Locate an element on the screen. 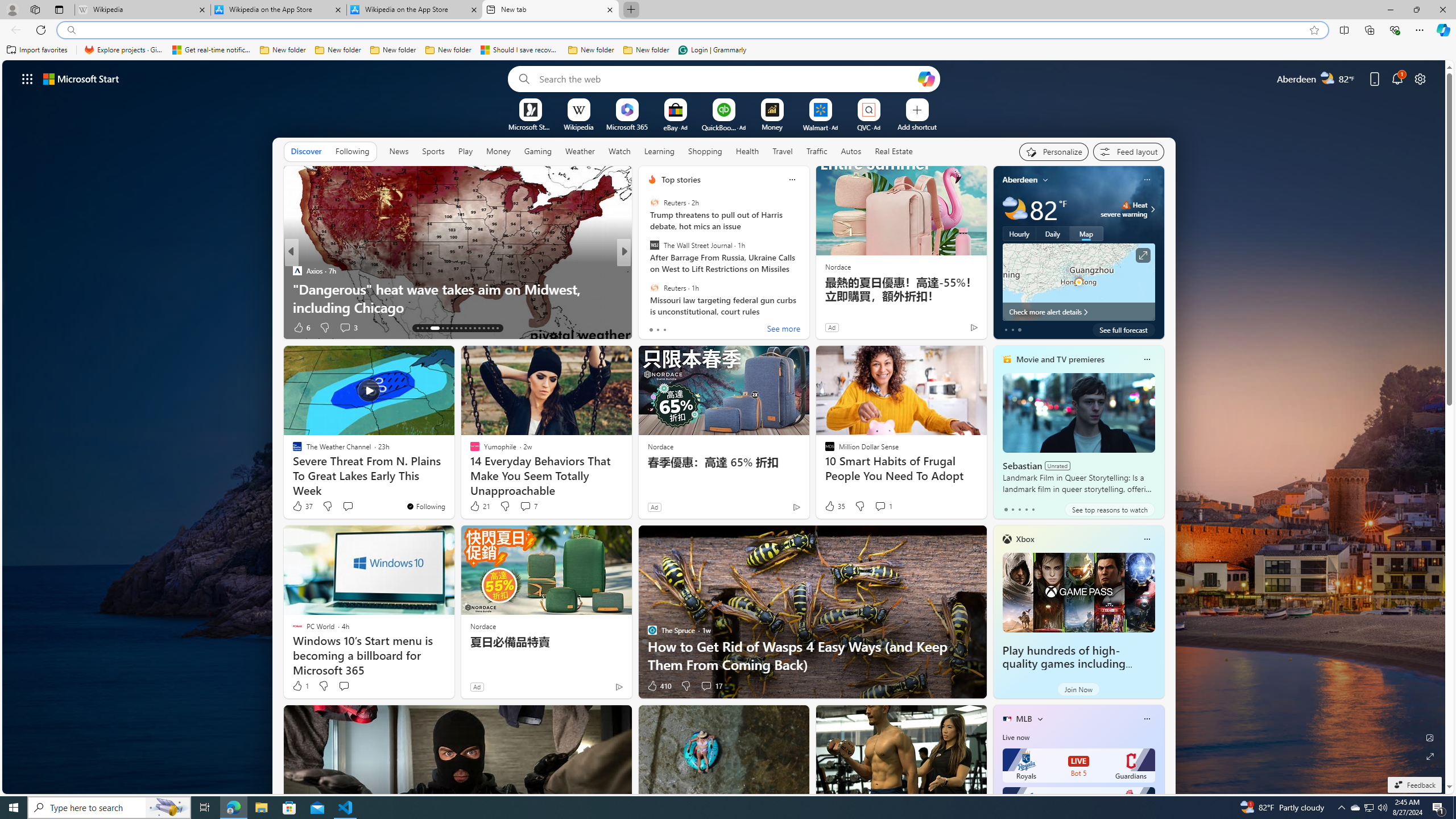  'tab-3' is located at coordinates (1025, 509).